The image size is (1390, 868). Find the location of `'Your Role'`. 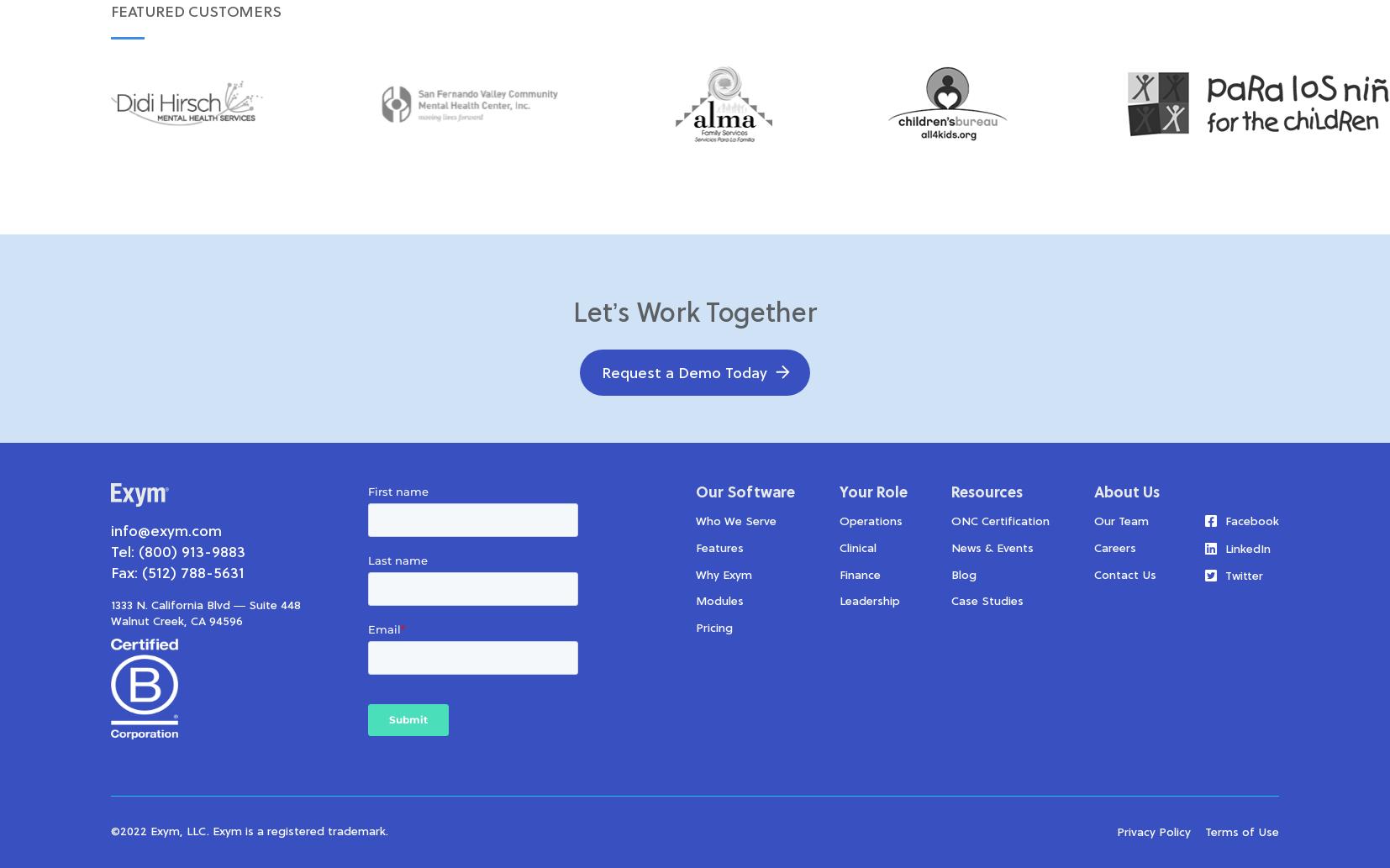

'Your Role' is located at coordinates (872, 492).